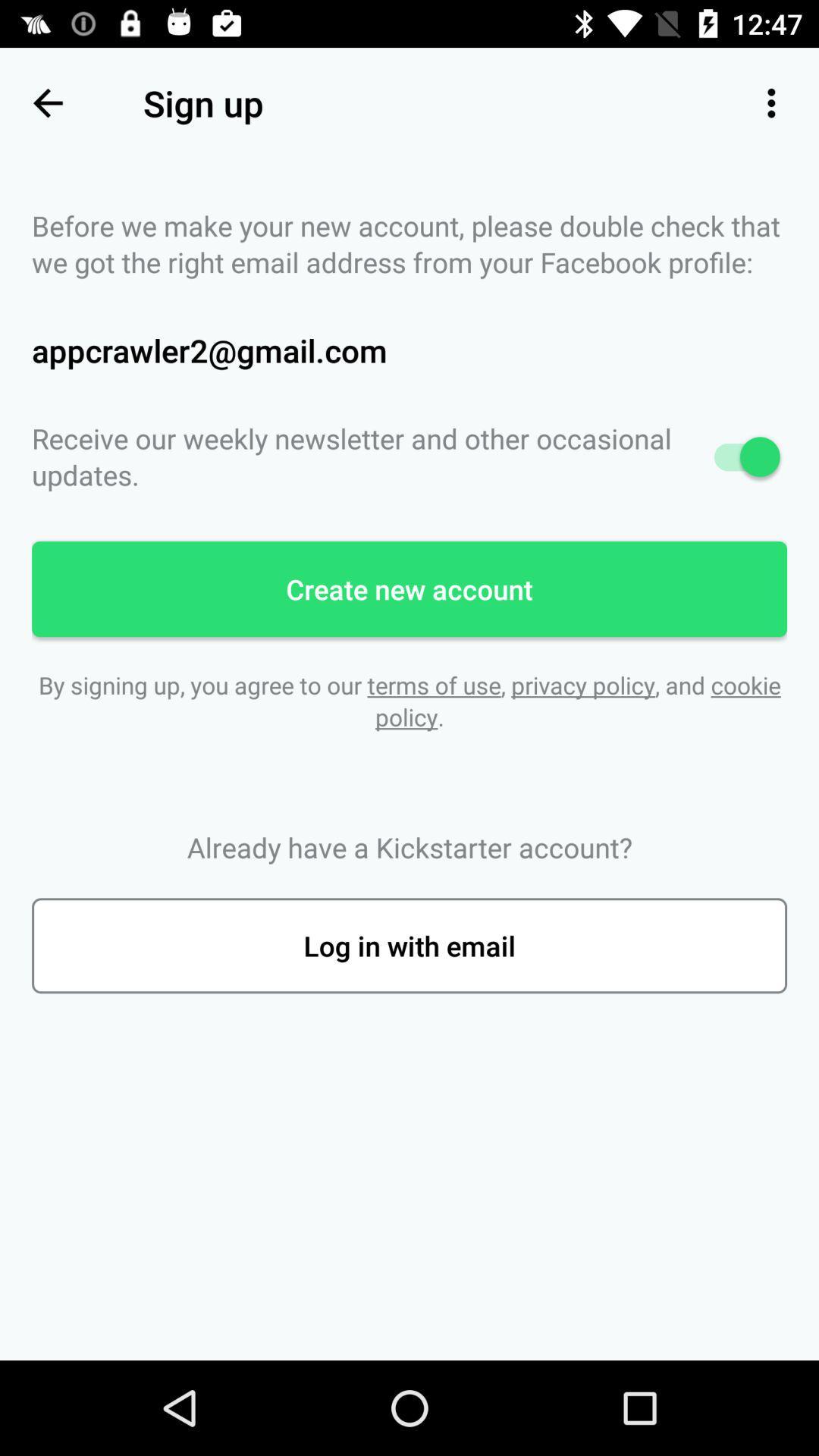 Image resolution: width=819 pixels, height=1456 pixels. What do you see at coordinates (409, 456) in the screenshot?
I see `receive our weekly icon` at bounding box center [409, 456].